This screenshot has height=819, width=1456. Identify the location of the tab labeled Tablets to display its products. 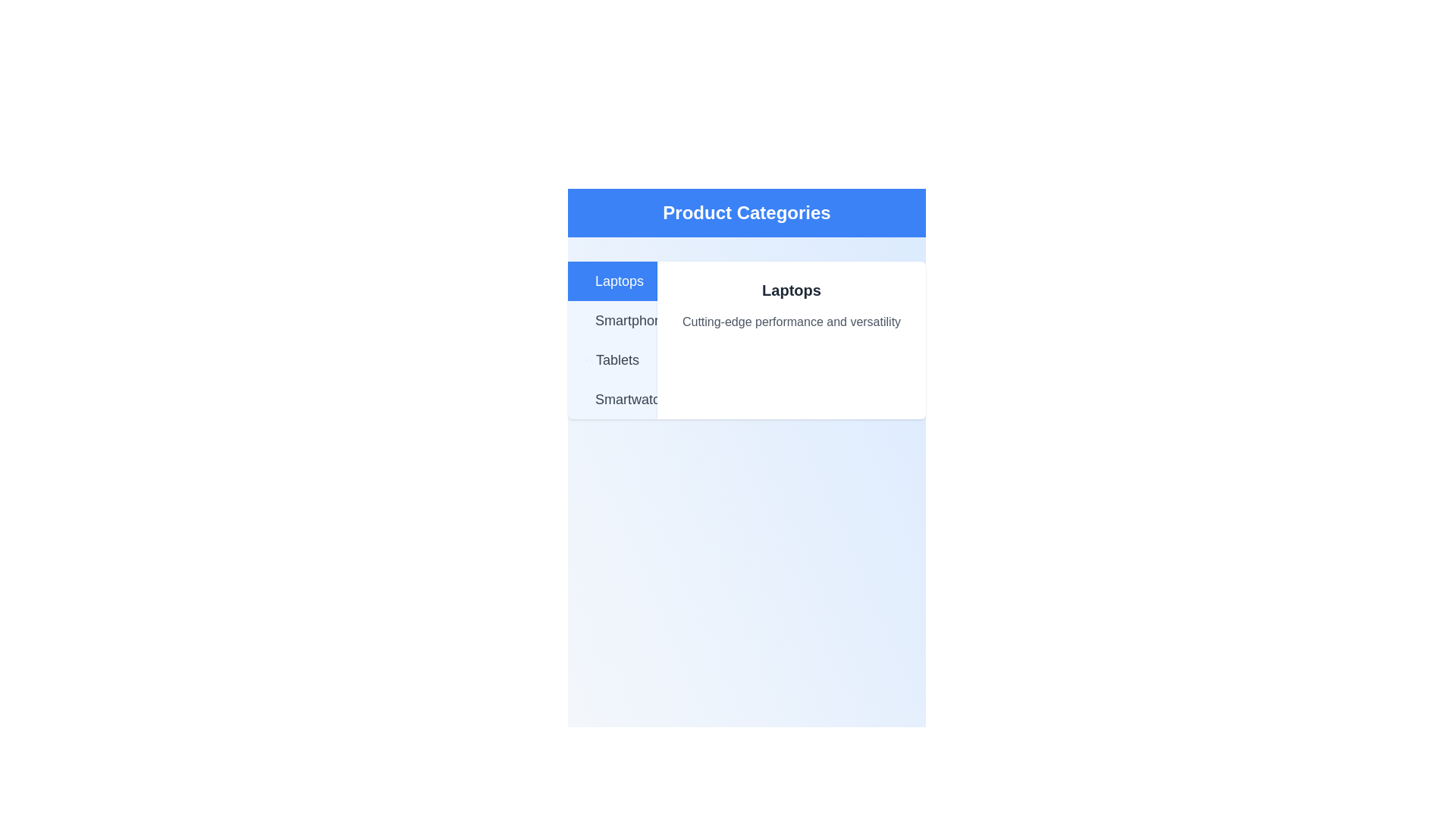
(612, 359).